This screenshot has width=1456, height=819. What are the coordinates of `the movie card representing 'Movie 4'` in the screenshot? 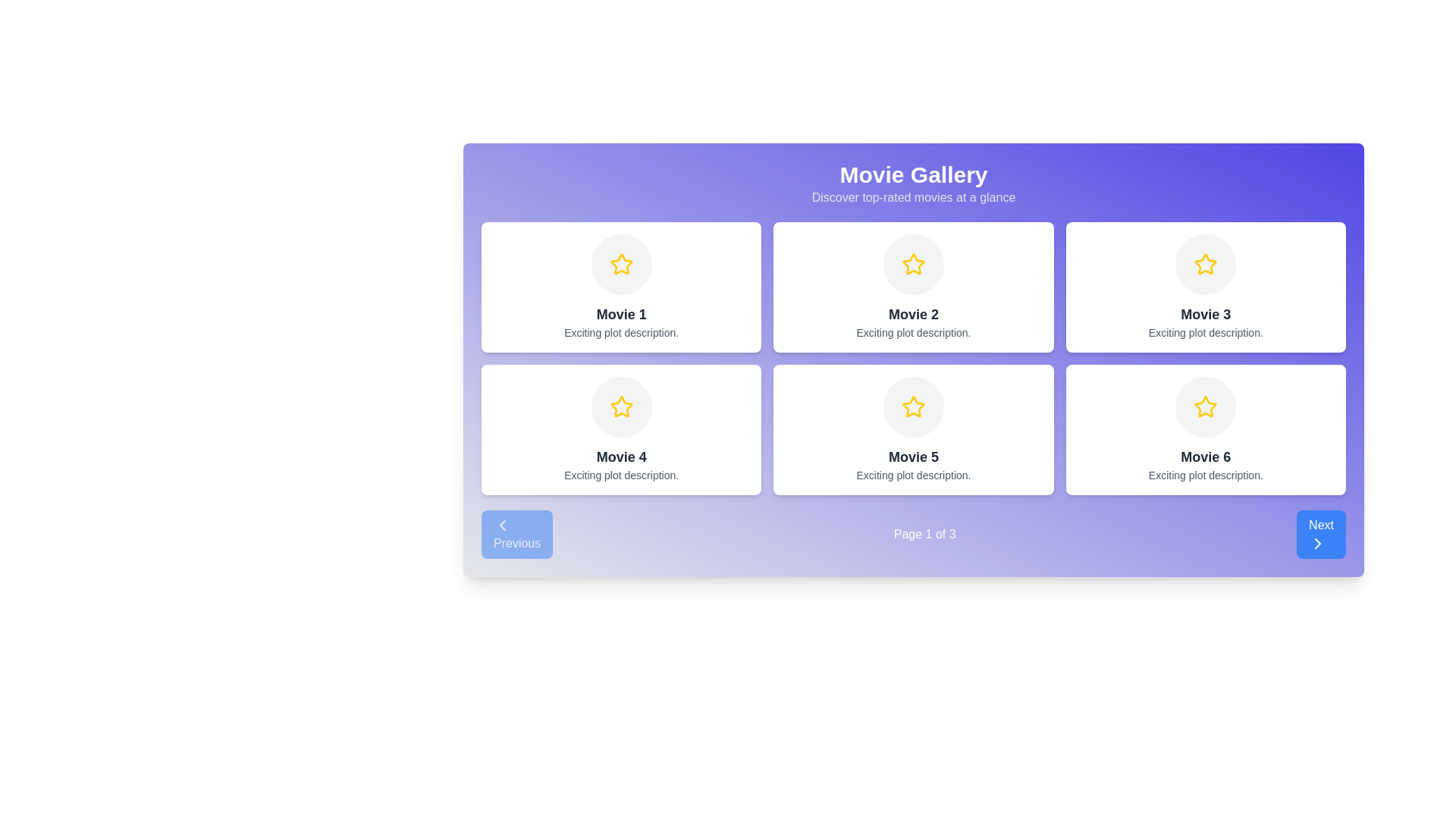 It's located at (621, 430).